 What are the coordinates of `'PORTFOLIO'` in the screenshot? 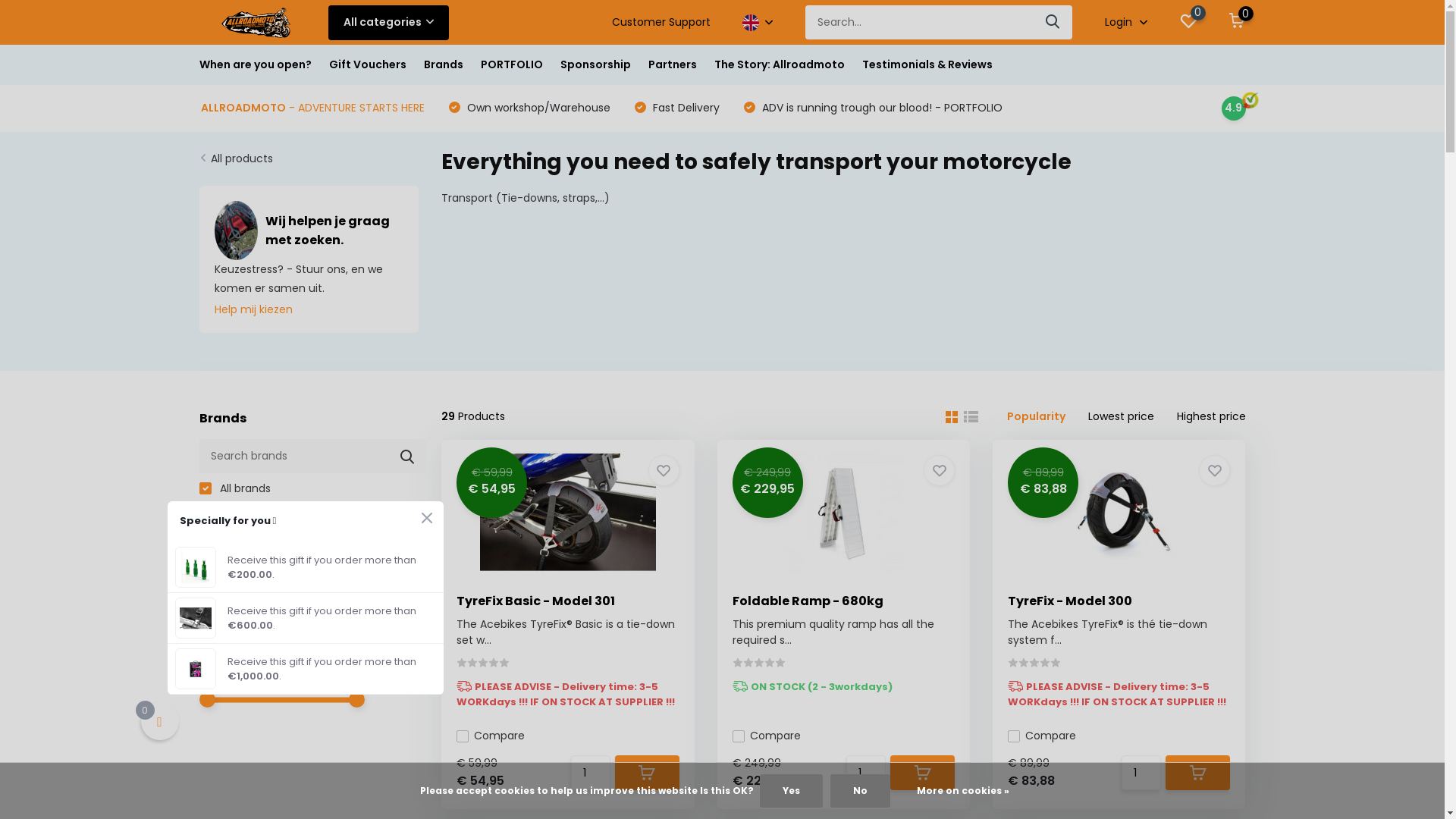 It's located at (512, 64).